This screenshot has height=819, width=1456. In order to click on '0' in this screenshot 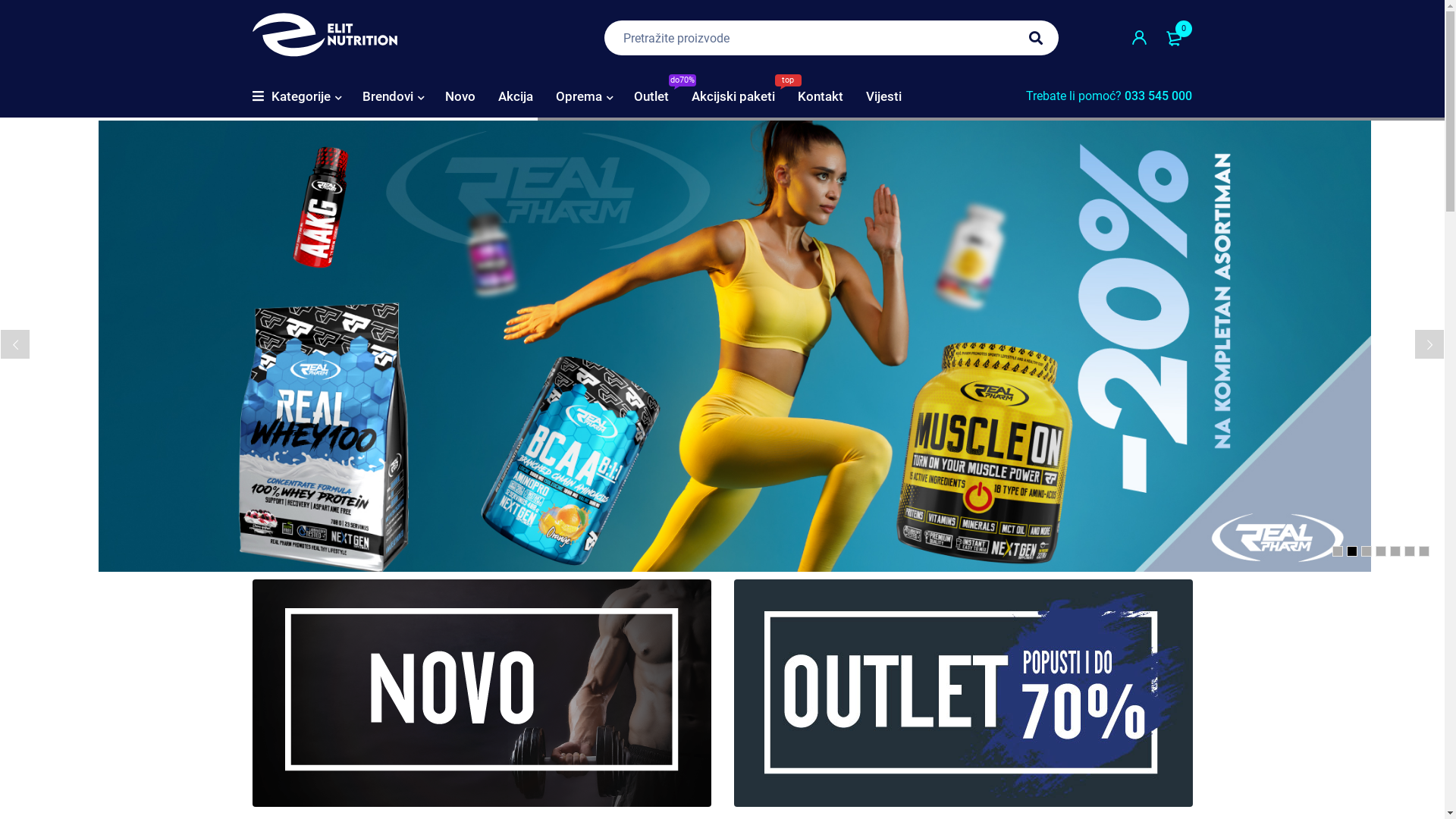, I will do `click(1156, 37)`.